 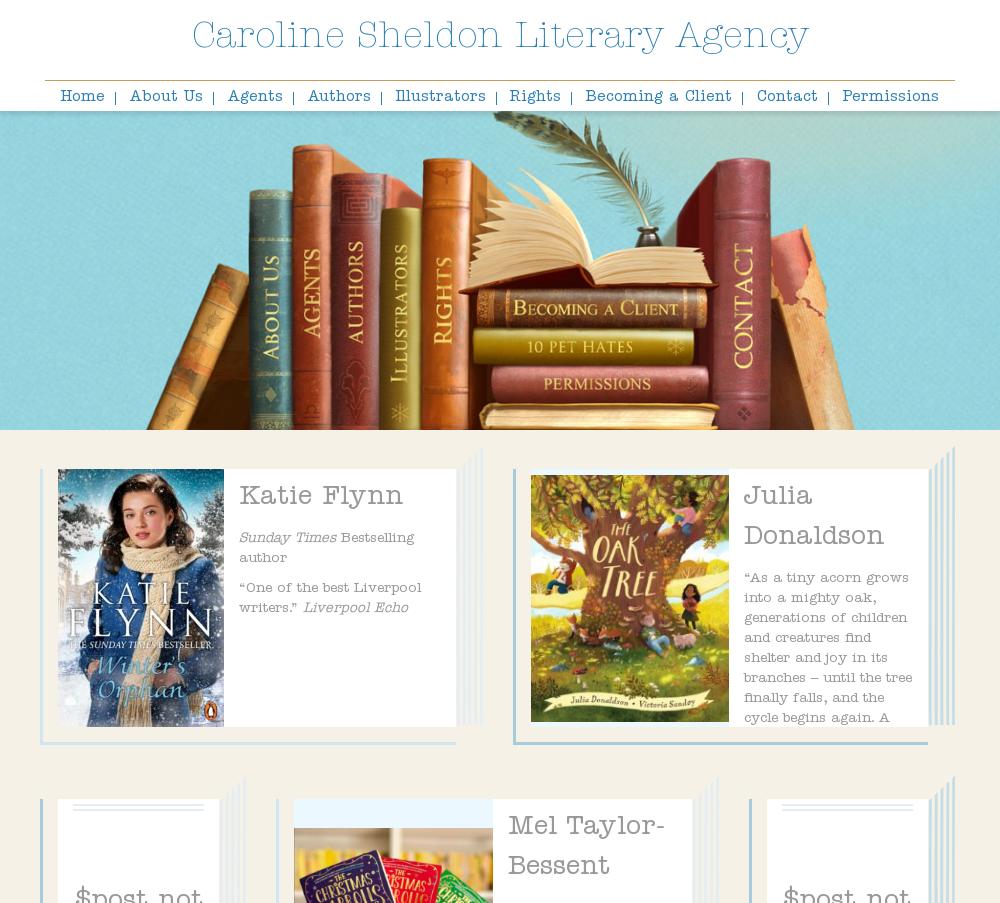 What do you see at coordinates (439, 98) in the screenshot?
I see `'Illustrators'` at bounding box center [439, 98].